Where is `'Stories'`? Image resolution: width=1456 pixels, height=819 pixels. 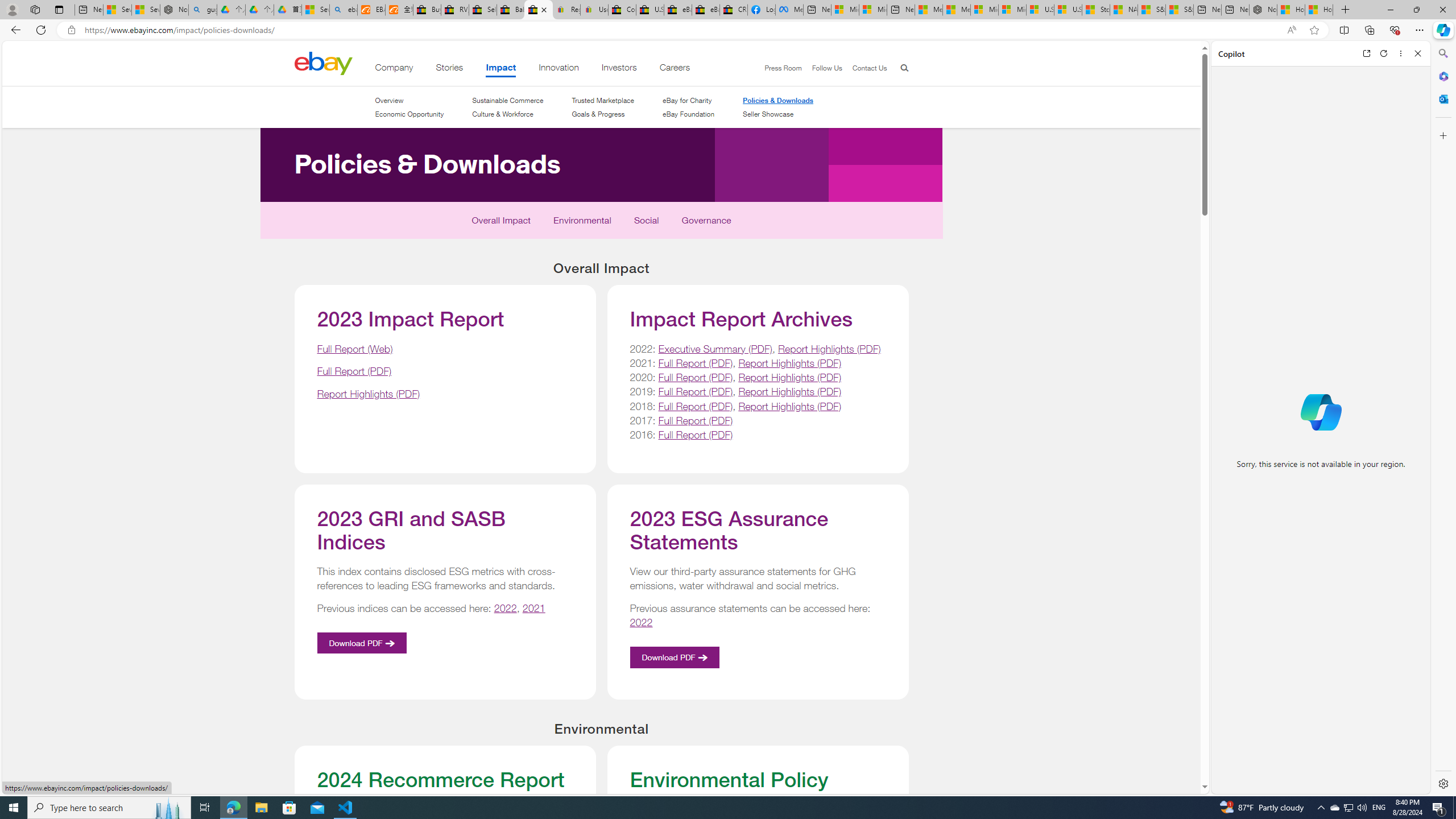 'Stories' is located at coordinates (448, 69).